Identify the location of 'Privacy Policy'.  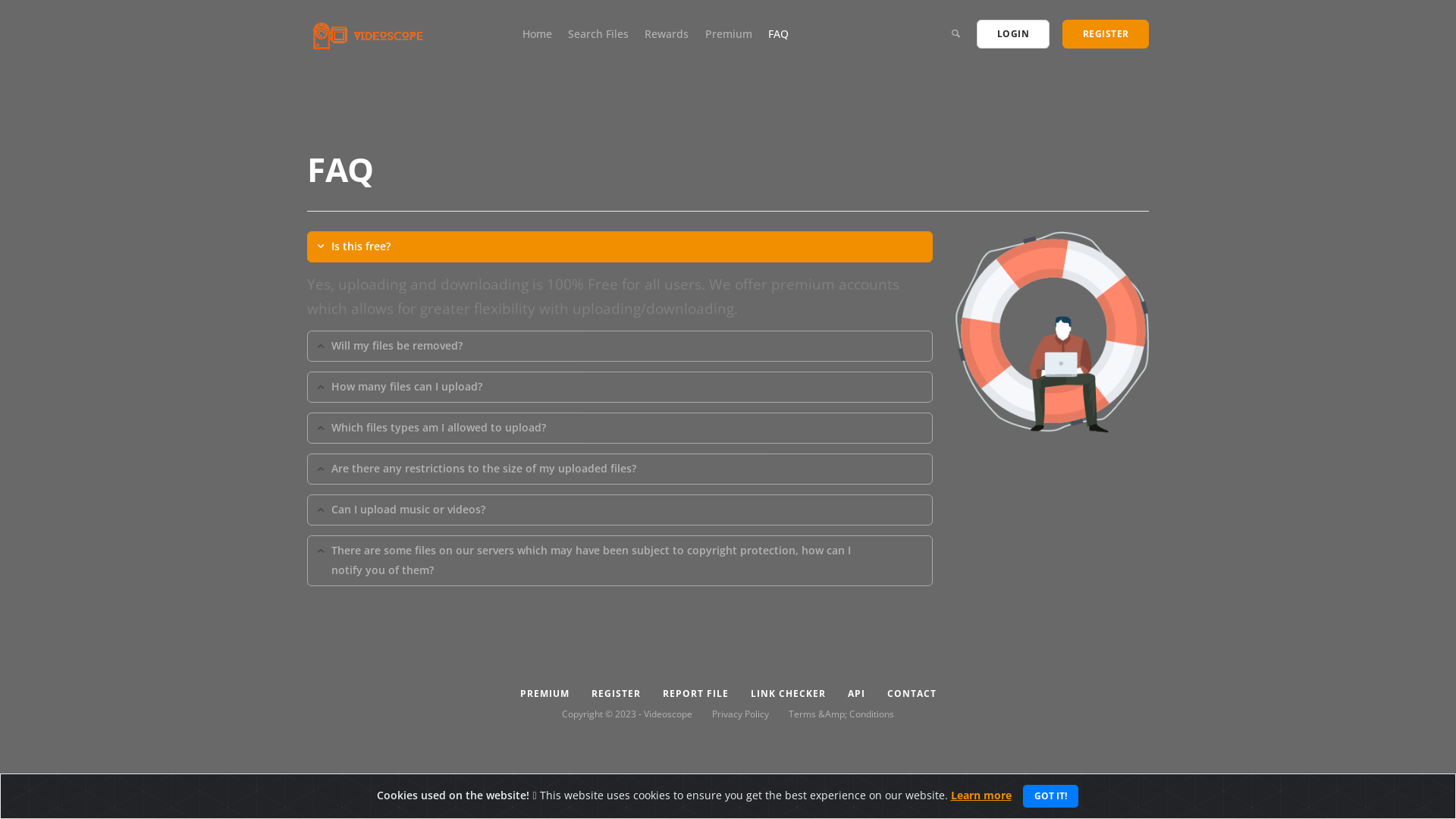
(740, 714).